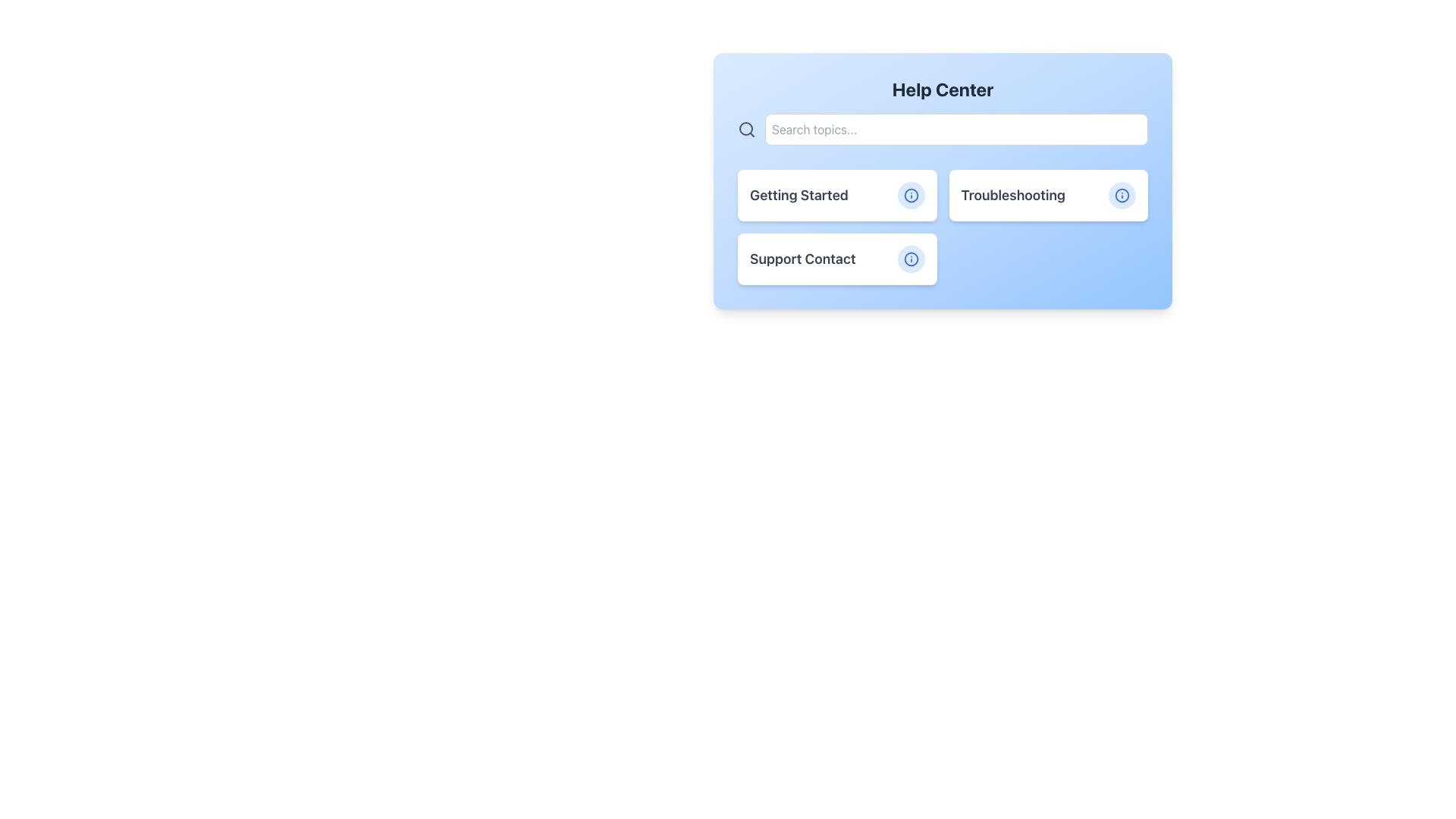  I want to click on the circular blue button with an information icon, so click(910, 259).